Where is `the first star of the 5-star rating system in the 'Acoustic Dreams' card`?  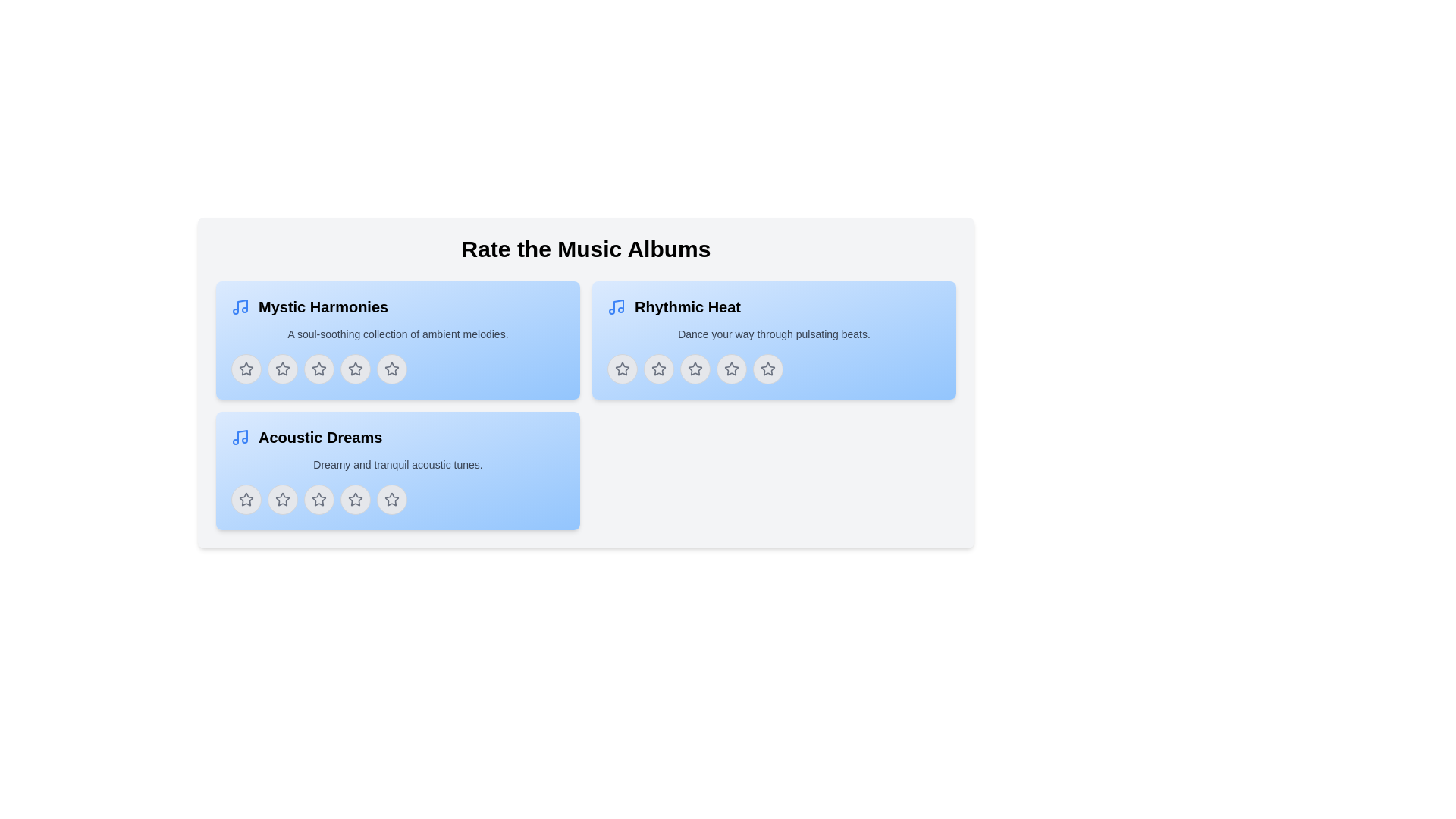 the first star of the 5-star rating system in the 'Acoustic Dreams' card is located at coordinates (246, 500).